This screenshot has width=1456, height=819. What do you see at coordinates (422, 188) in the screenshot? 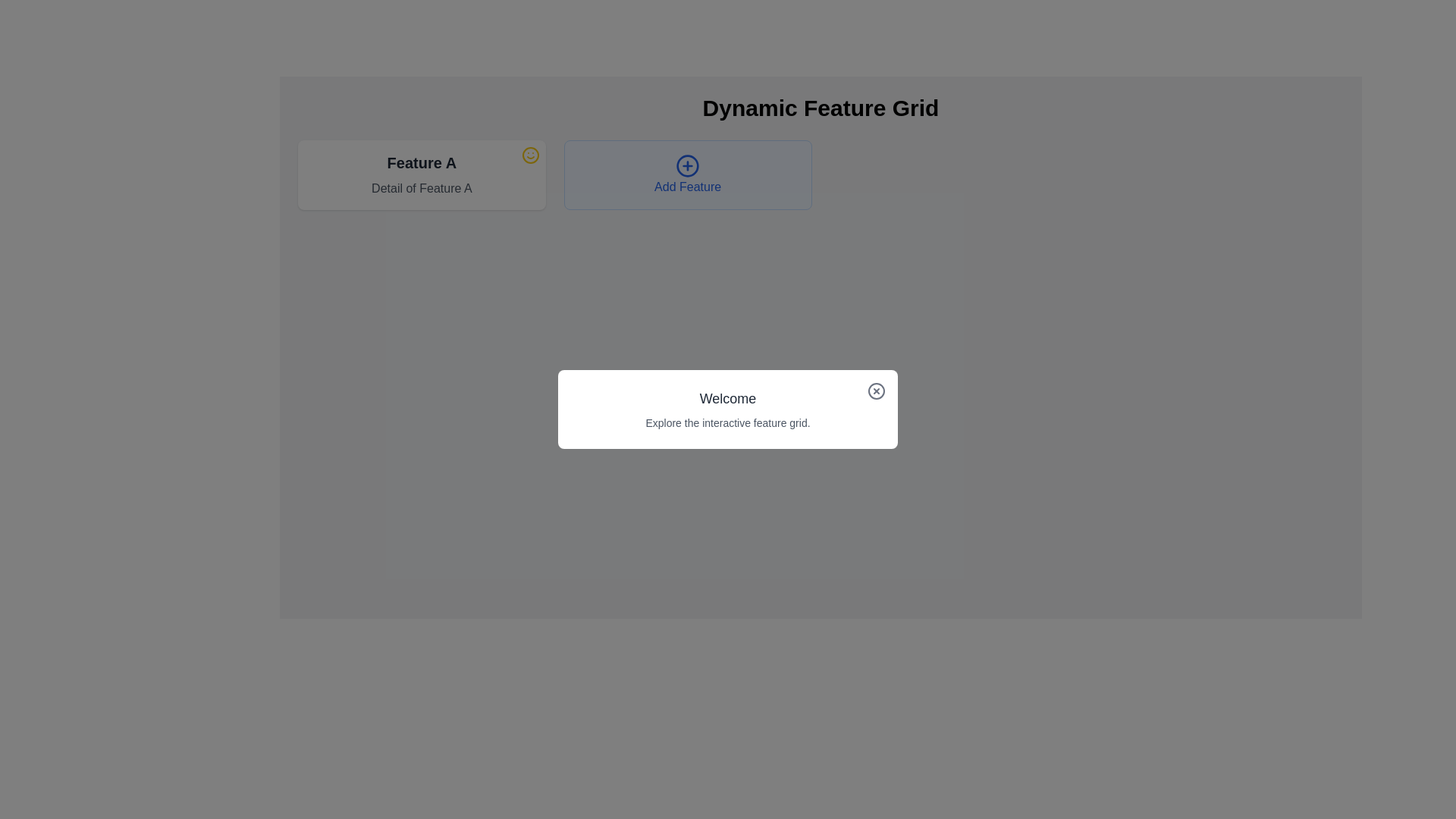
I see `the static text element that provides additional detail about 'Feature A', located below the heading 'Feature A' and to the left of a yellow smiley face icon` at bounding box center [422, 188].